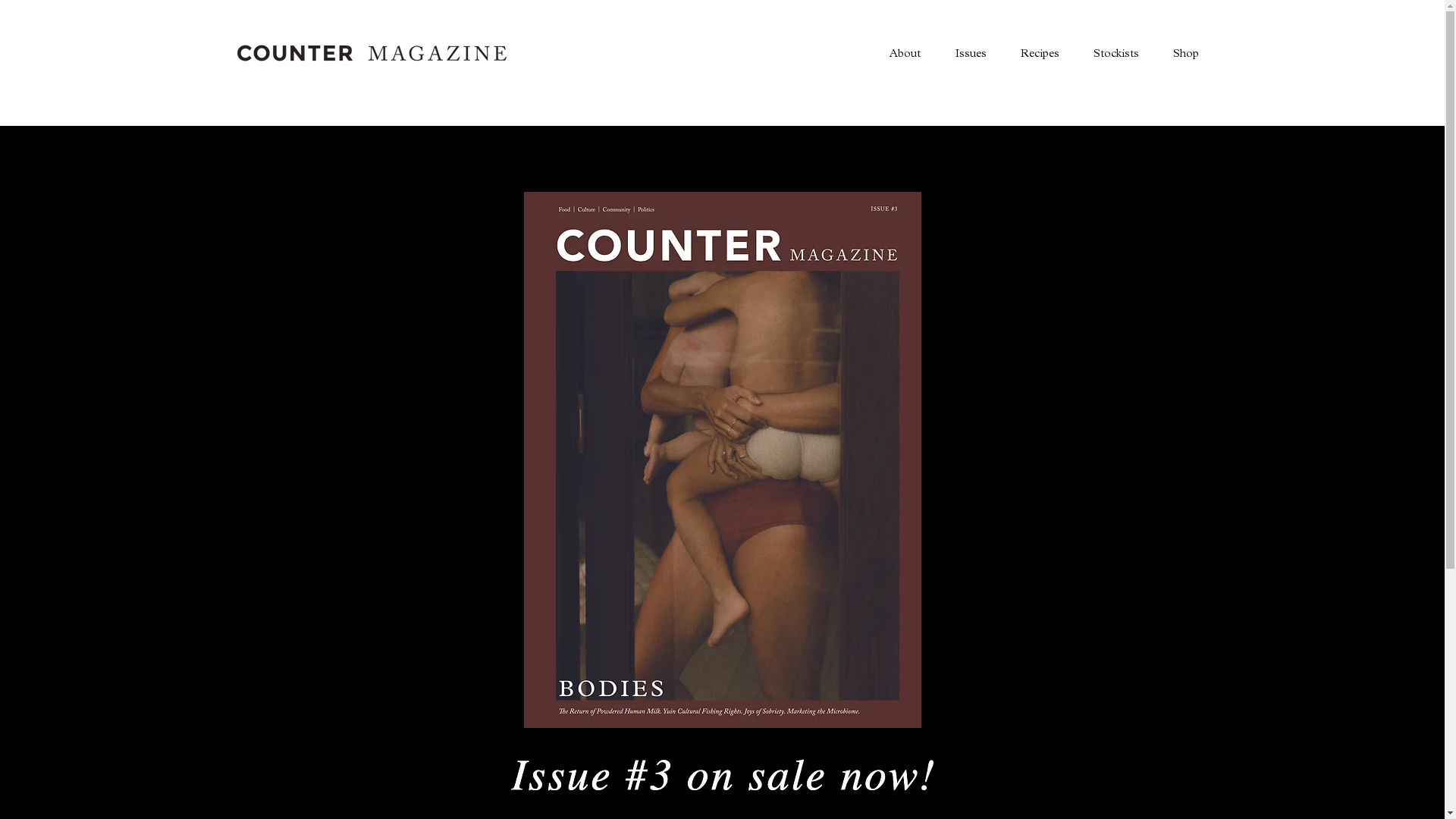 This screenshot has height=819, width=1456. I want to click on 'Issues', so click(968, 52).